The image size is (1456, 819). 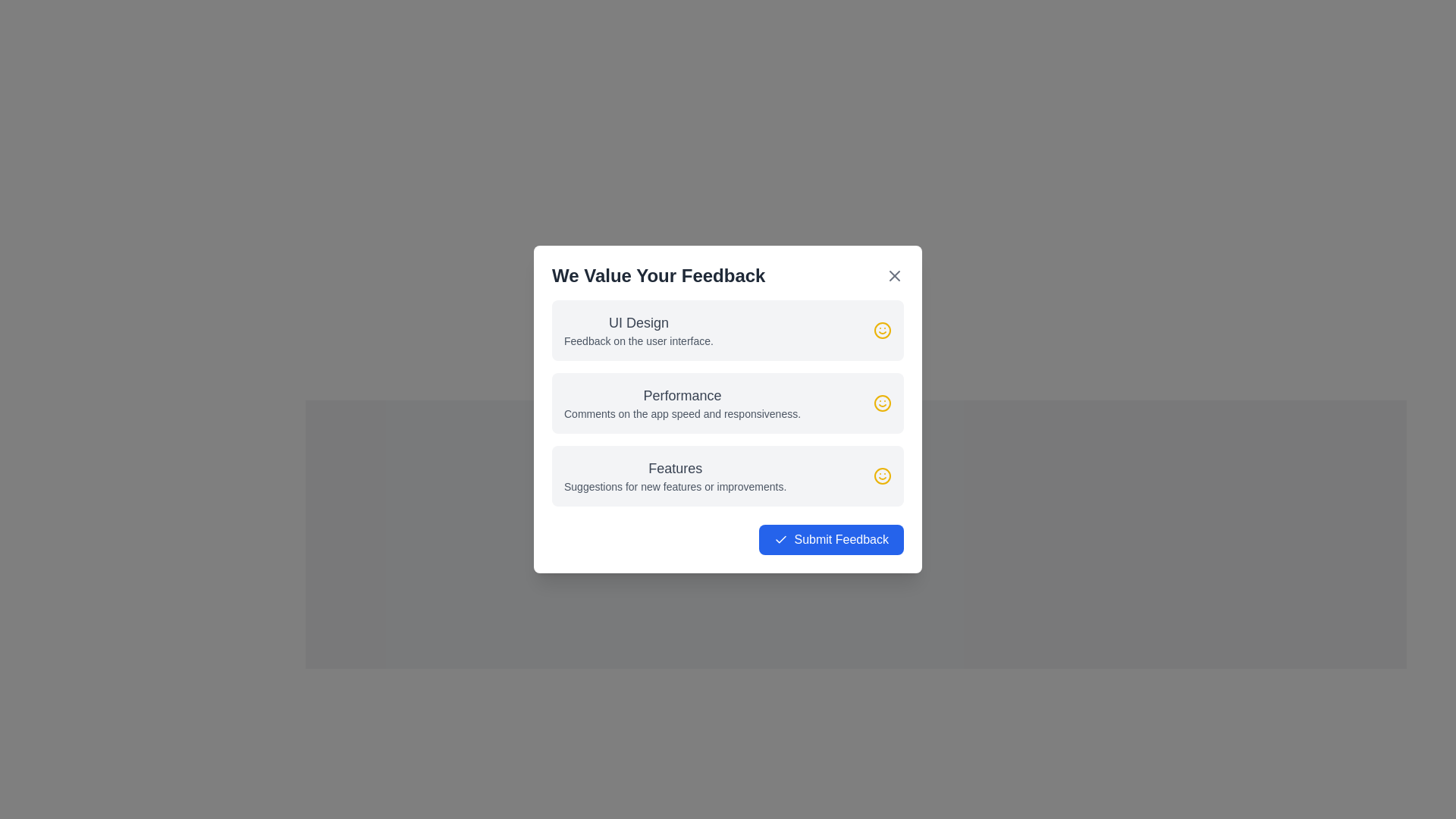 What do you see at coordinates (882, 475) in the screenshot?
I see `the circular yellow face icon with a smiley expression located in the bottom section of the feedback modal, adjacent to the 'Features' text` at bounding box center [882, 475].